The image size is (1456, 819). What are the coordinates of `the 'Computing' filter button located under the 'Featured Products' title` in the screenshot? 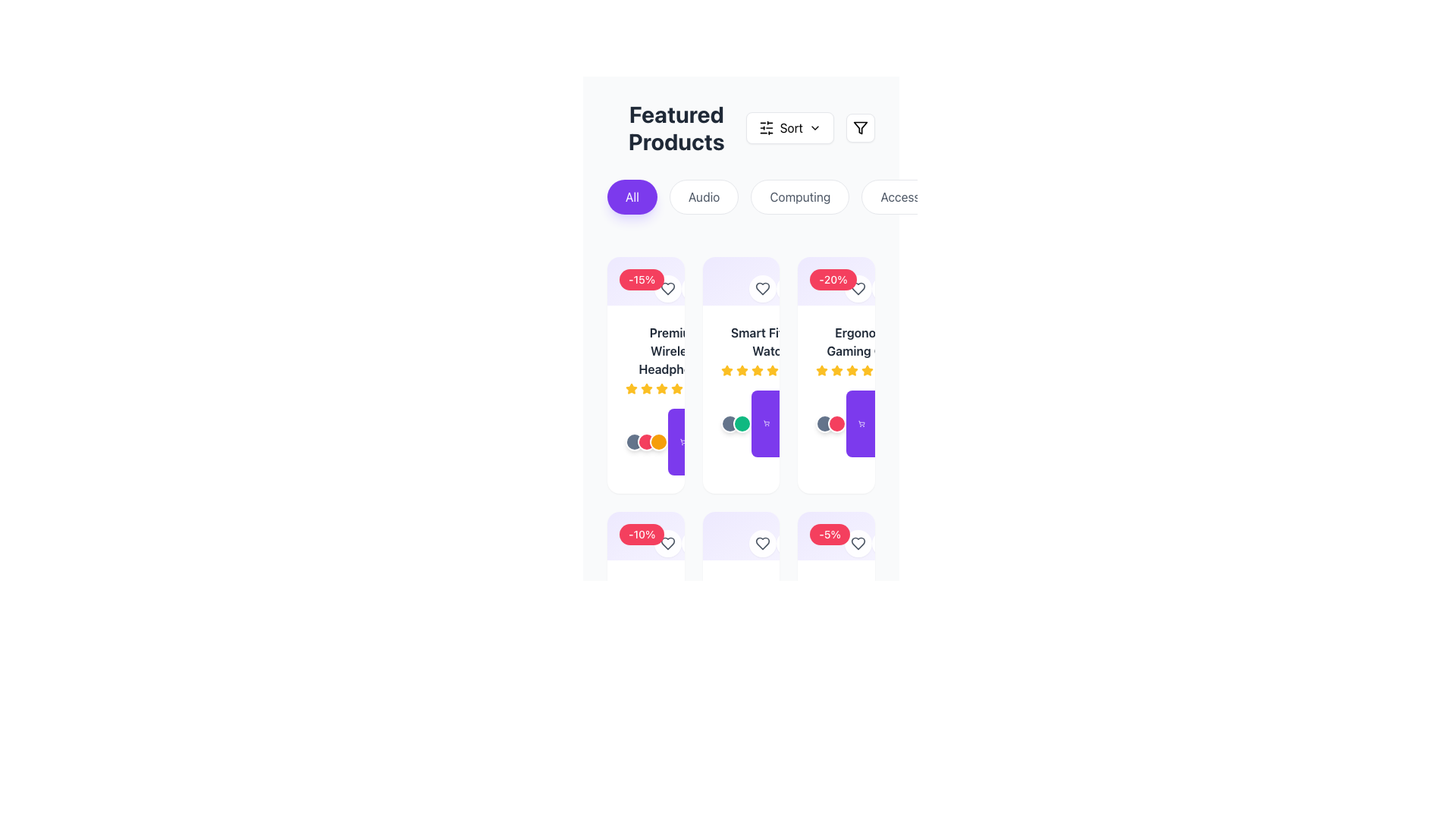 It's located at (799, 196).